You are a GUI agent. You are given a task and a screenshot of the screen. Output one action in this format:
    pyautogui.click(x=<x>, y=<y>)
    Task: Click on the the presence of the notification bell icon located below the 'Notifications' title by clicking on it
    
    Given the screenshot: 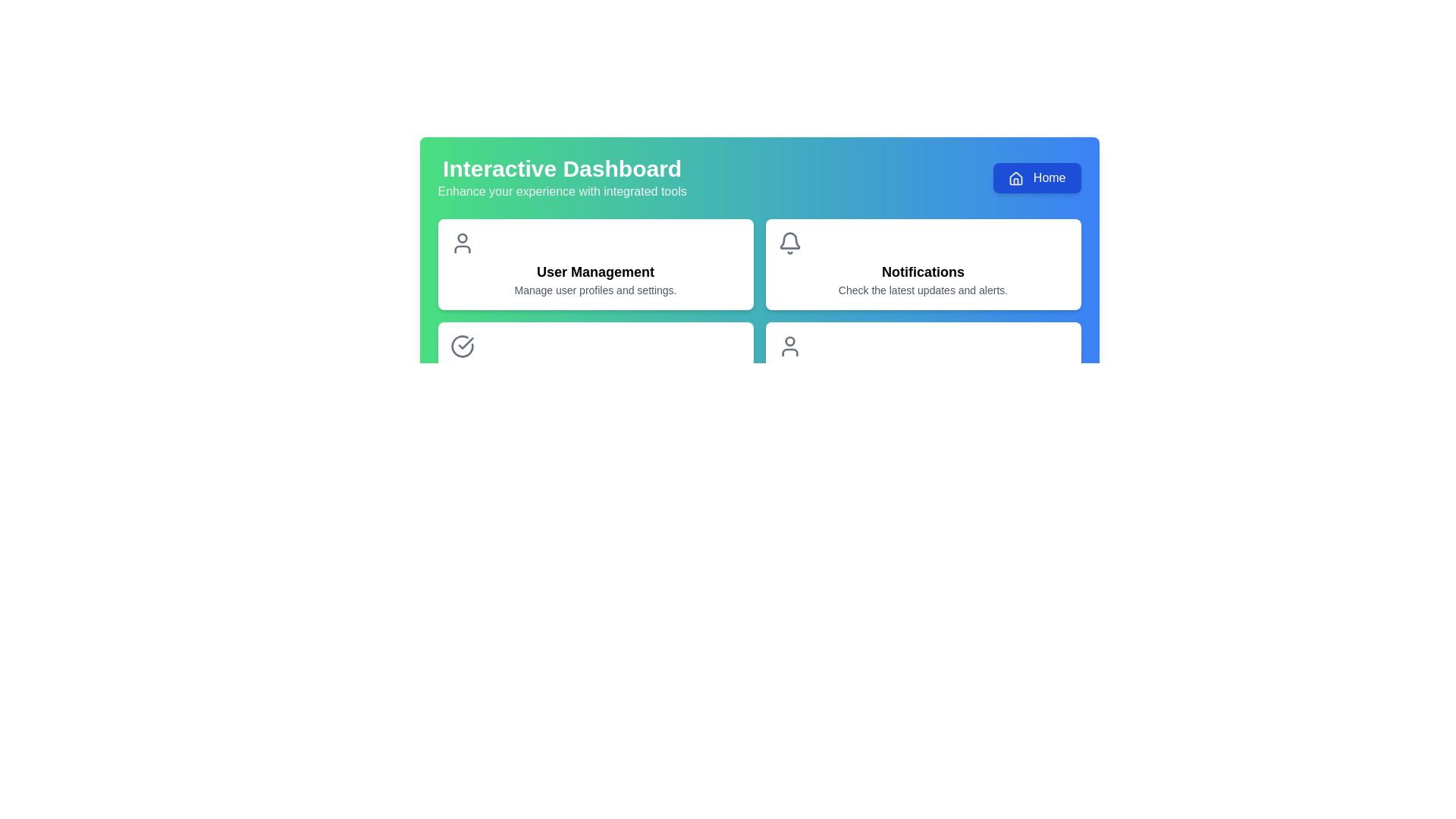 What is the action you would take?
    pyautogui.click(x=789, y=240)
    